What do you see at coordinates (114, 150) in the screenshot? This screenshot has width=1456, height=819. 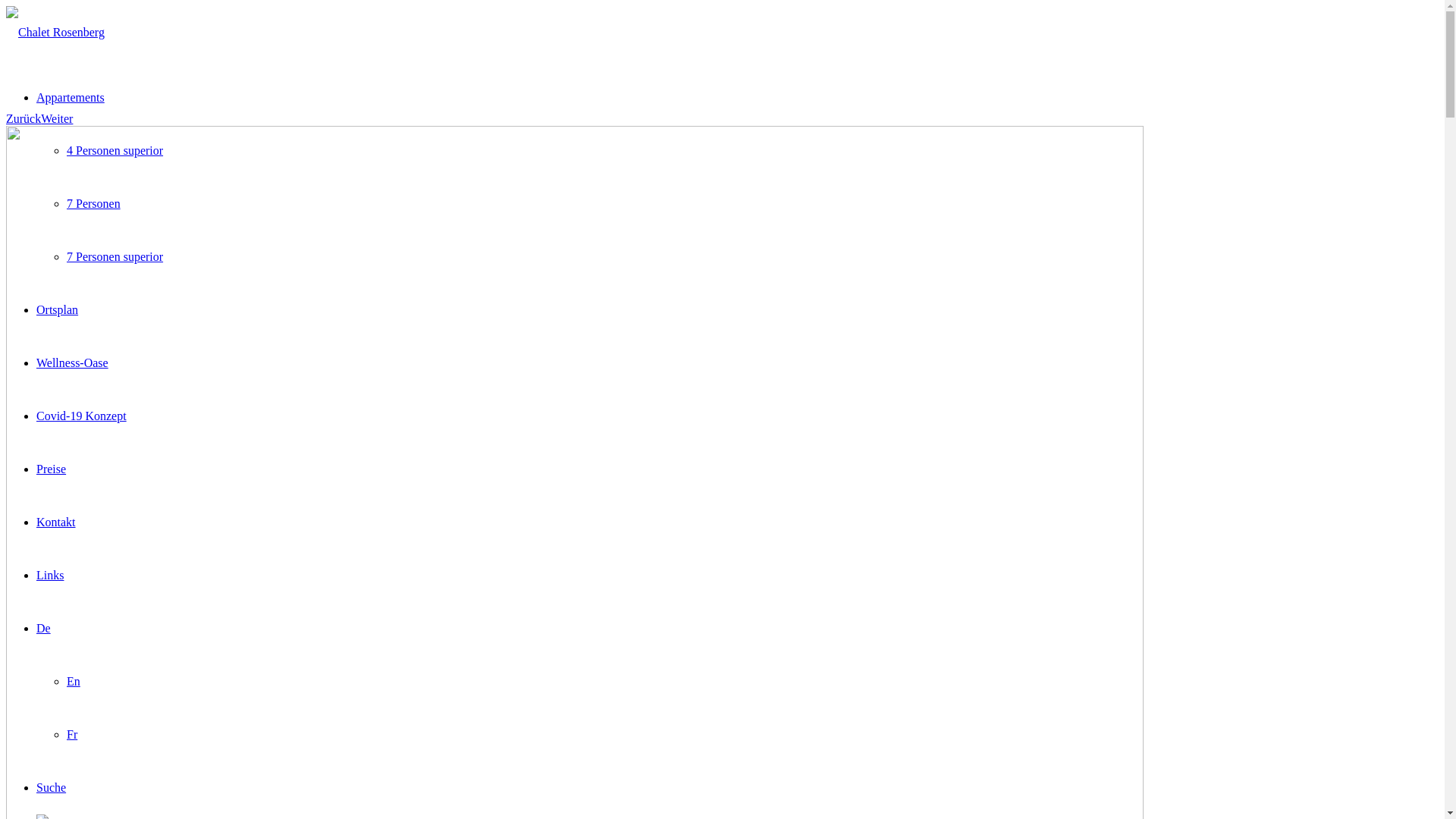 I see `'4 Personen superior'` at bounding box center [114, 150].